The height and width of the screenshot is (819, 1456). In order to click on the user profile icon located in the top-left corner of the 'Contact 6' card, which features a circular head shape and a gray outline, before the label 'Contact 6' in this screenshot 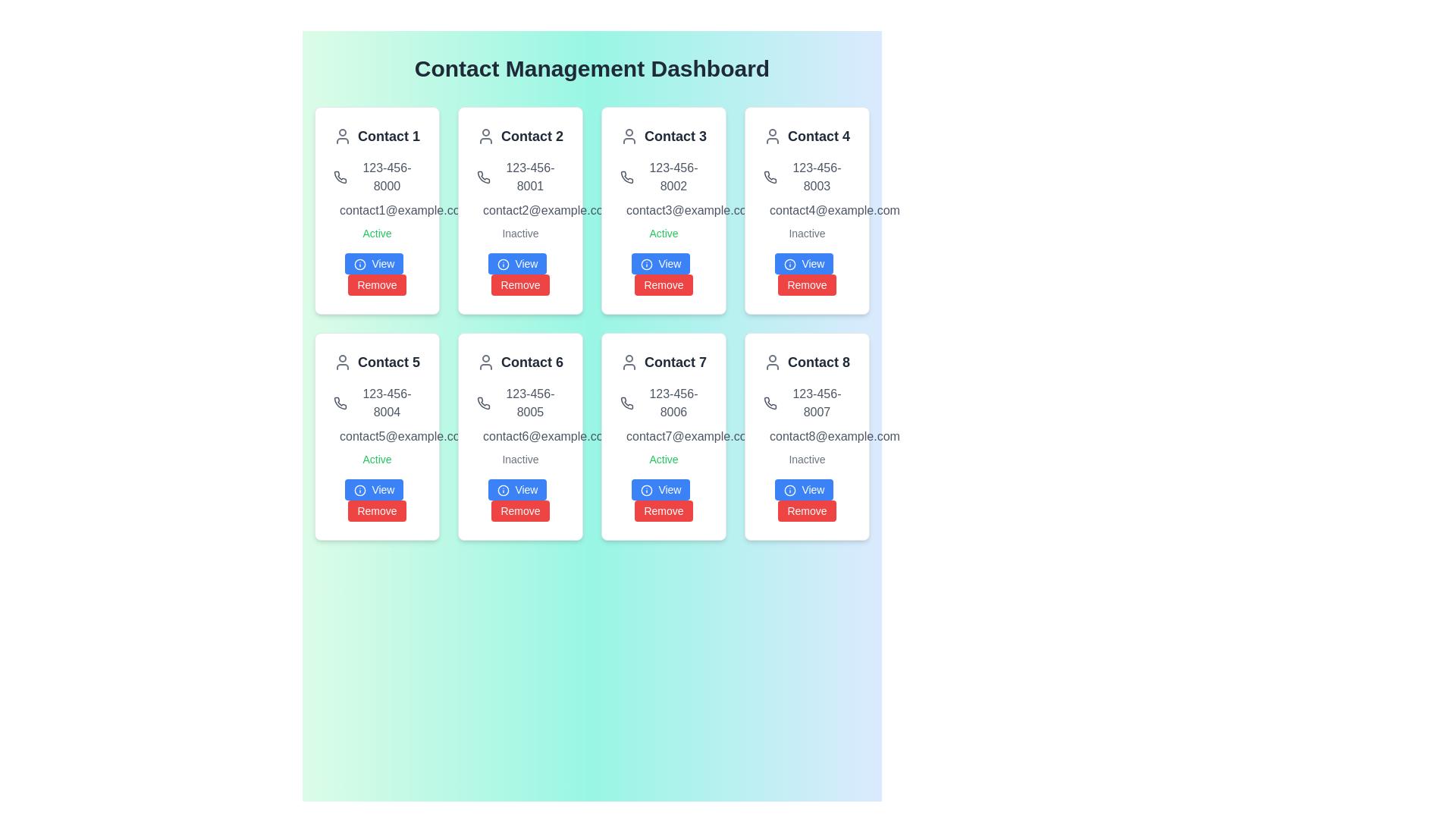, I will do `click(486, 362)`.